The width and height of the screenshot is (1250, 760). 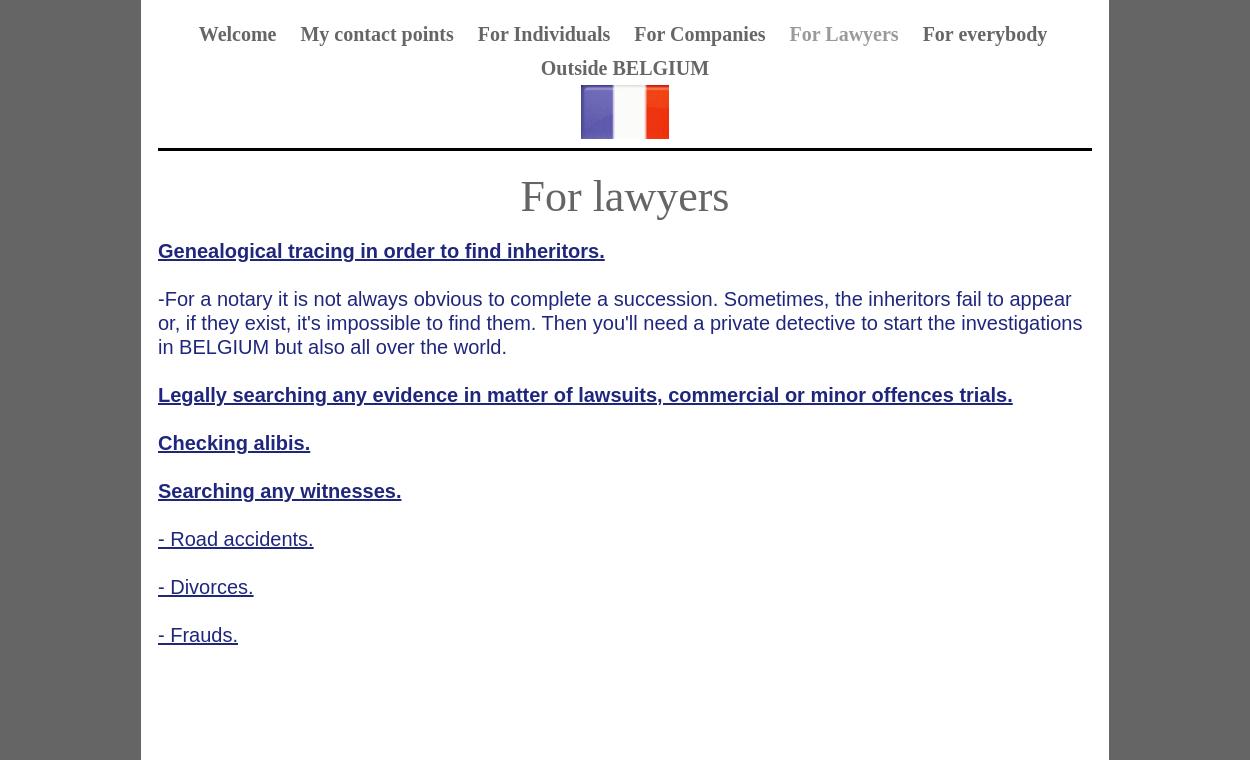 What do you see at coordinates (619, 322) in the screenshot?
I see `'-For a notary it is not always obvious to complete a succession. Sometimes, the inheritors fail to appear or, if they exist, it's impossible to find them. Then you'll need a private detective to start the investigations in BELGIUM but also all over the world.'` at bounding box center [619, 322].